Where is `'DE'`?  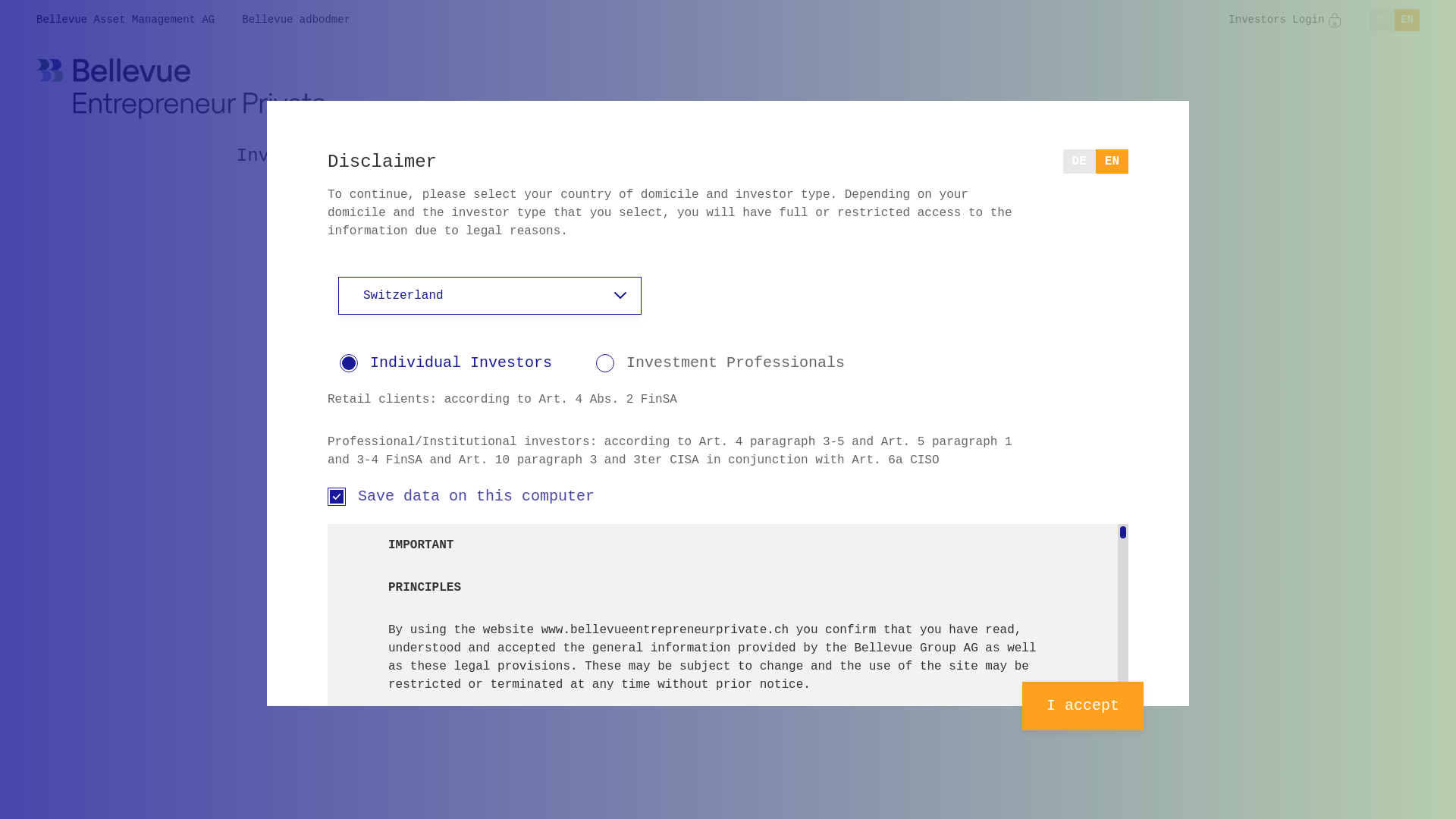 'DE' is located at coordinates (1078, 161).